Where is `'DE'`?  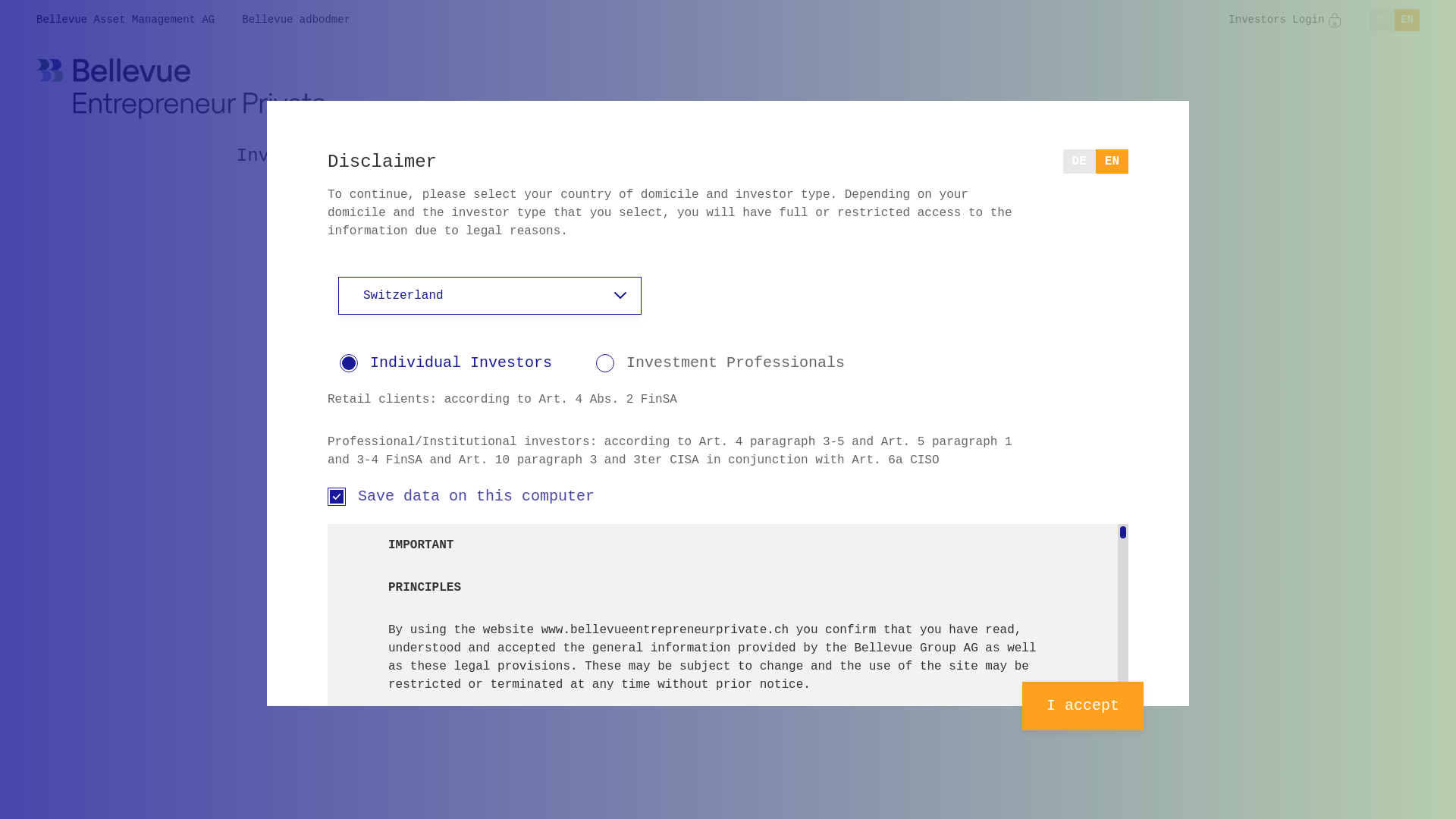 'DE' is located at coordinates (1078, 161).